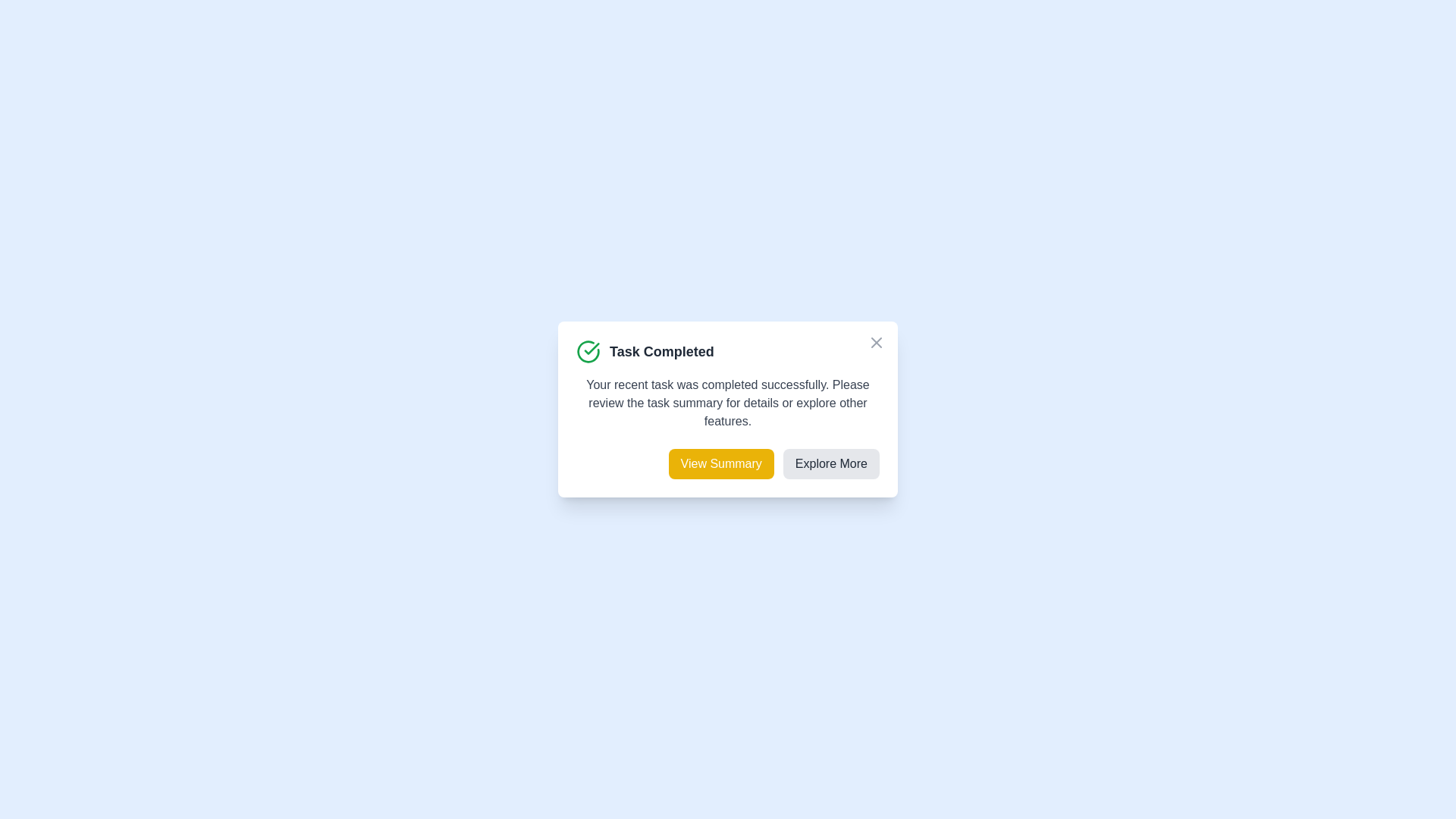 This screenshot has height=819, width=1456. Describe the element at coordinates (877, 342) in the screenshot. I see `the close button in the top-right corner of the dialog to dismiss it` at that location.